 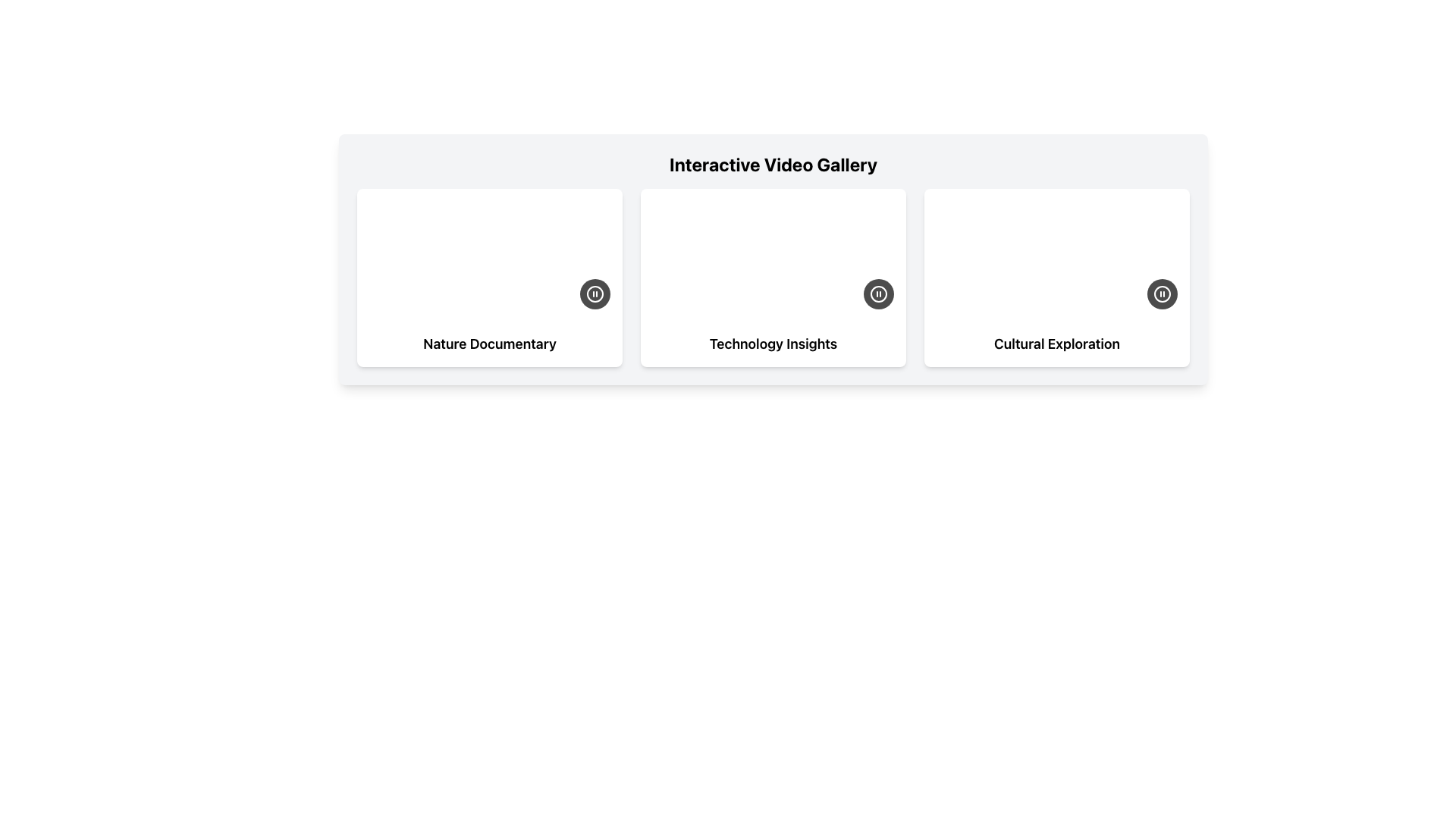 I want to click on the middle card in the 'Interactive Video Gallery' titled 'Technology Insights', so click(x=773, y=278).